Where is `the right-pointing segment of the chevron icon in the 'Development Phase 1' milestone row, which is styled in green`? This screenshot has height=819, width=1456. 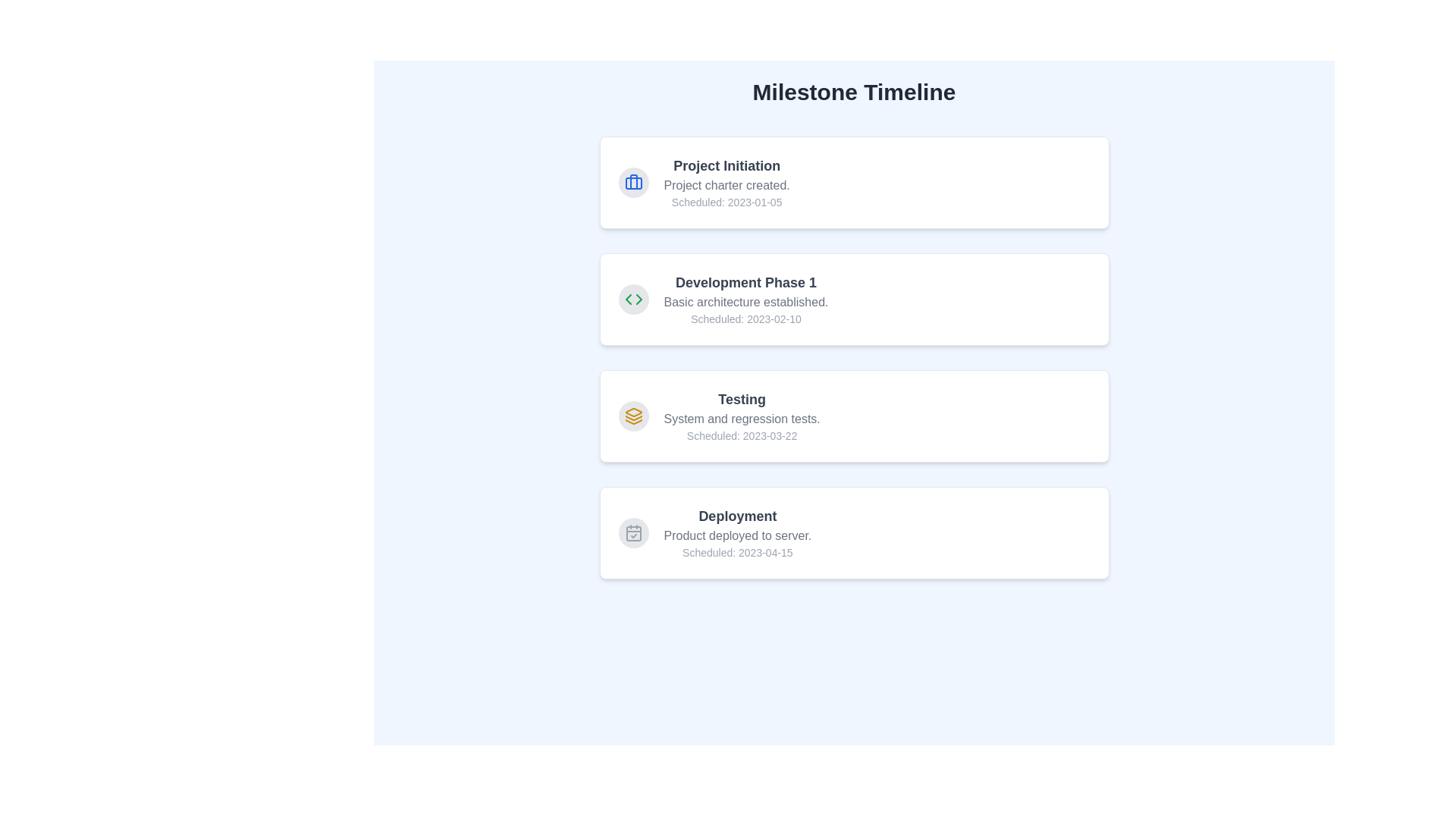 the right-pointing segment of the chevron icon in the 'Development Phase 1' milestone row, which is styled in green is located at coordinates (639, 299).